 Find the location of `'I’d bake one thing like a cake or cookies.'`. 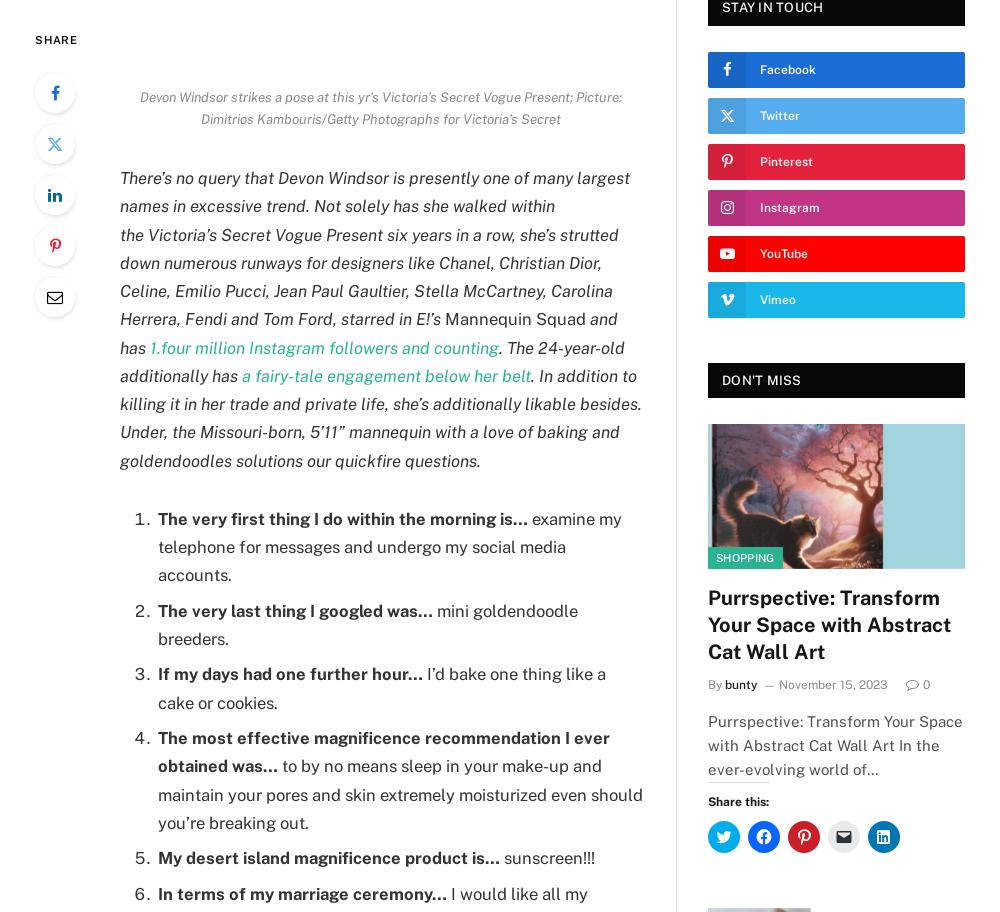

'I’d bake one thing like a cake or cookies.' is located at coordinates (382, 688).